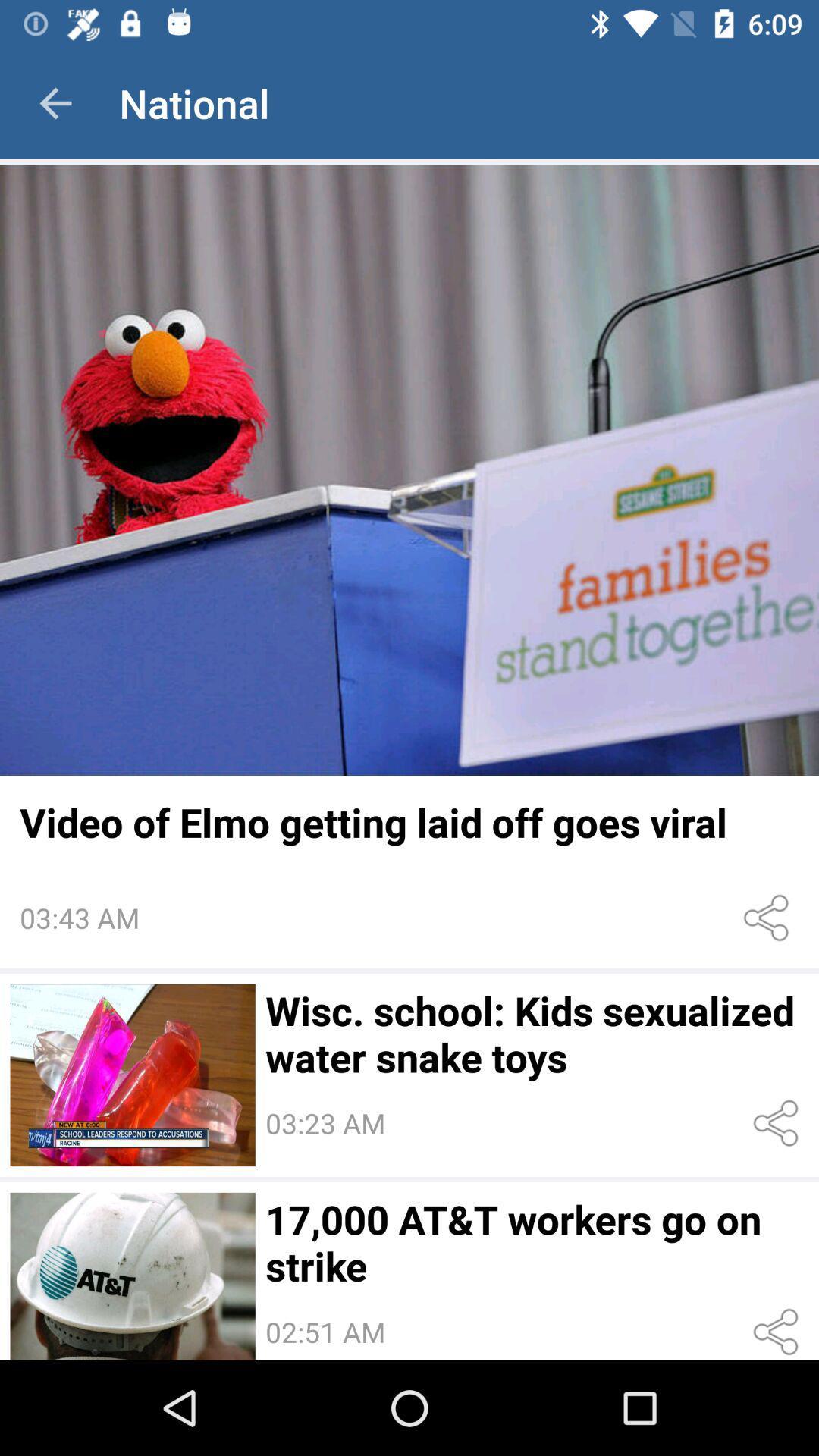  I want to click on video, so click(132, 1074).